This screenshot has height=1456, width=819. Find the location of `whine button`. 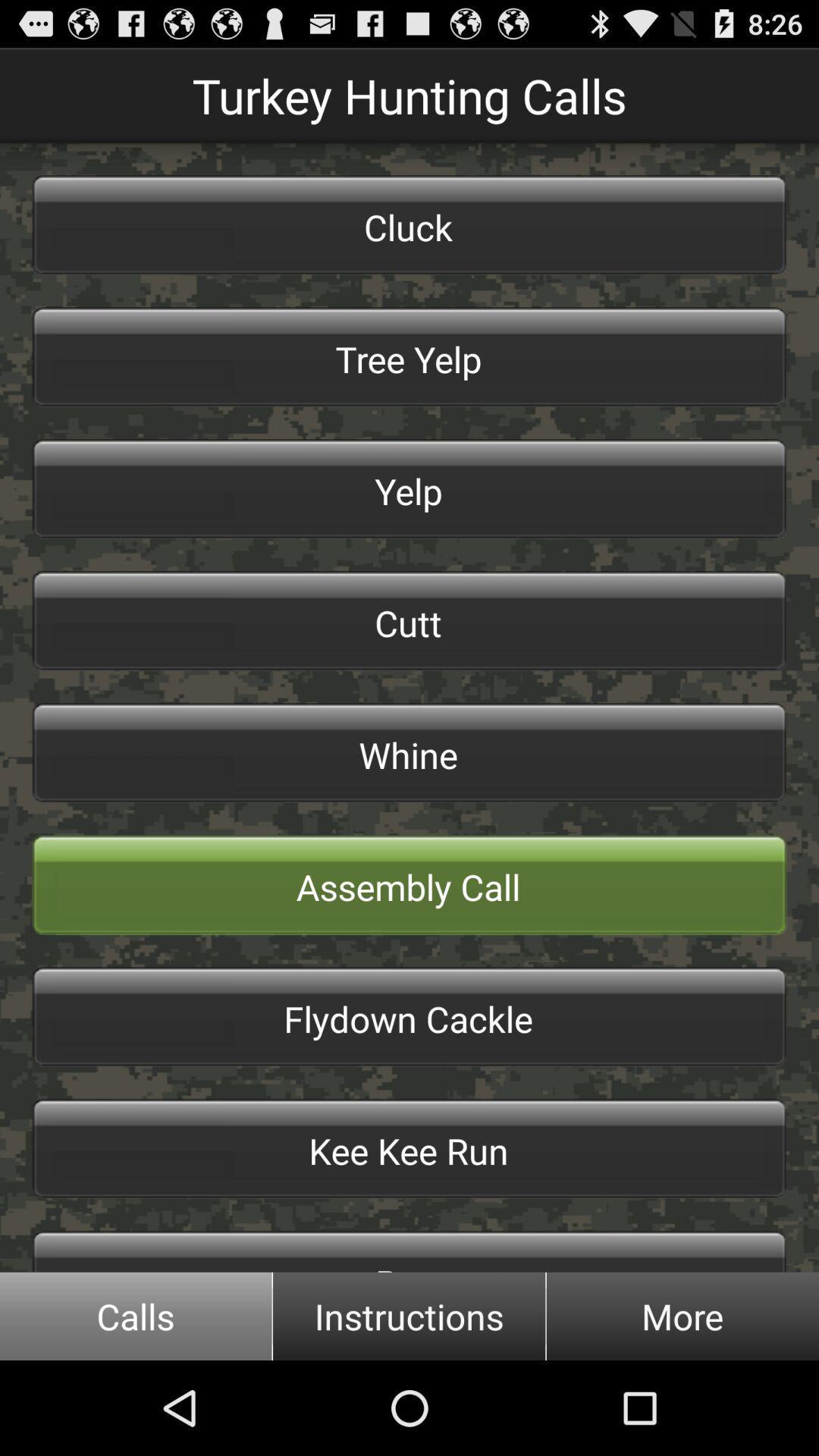

whine button is located at coordinates (409, 753).